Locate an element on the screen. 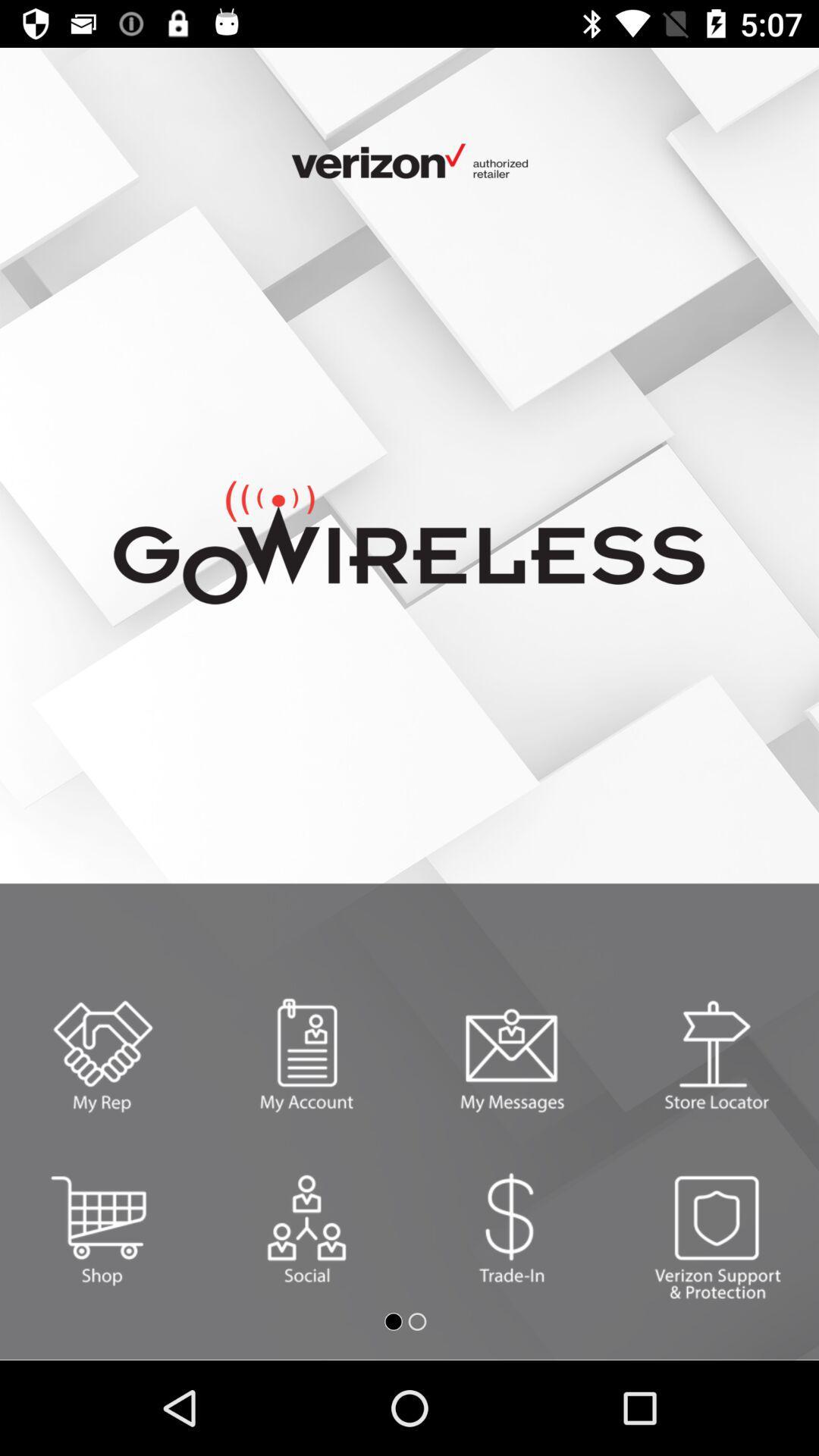 The image size is (819, 1456). the settings icon is located at coordinates (307, 1228).